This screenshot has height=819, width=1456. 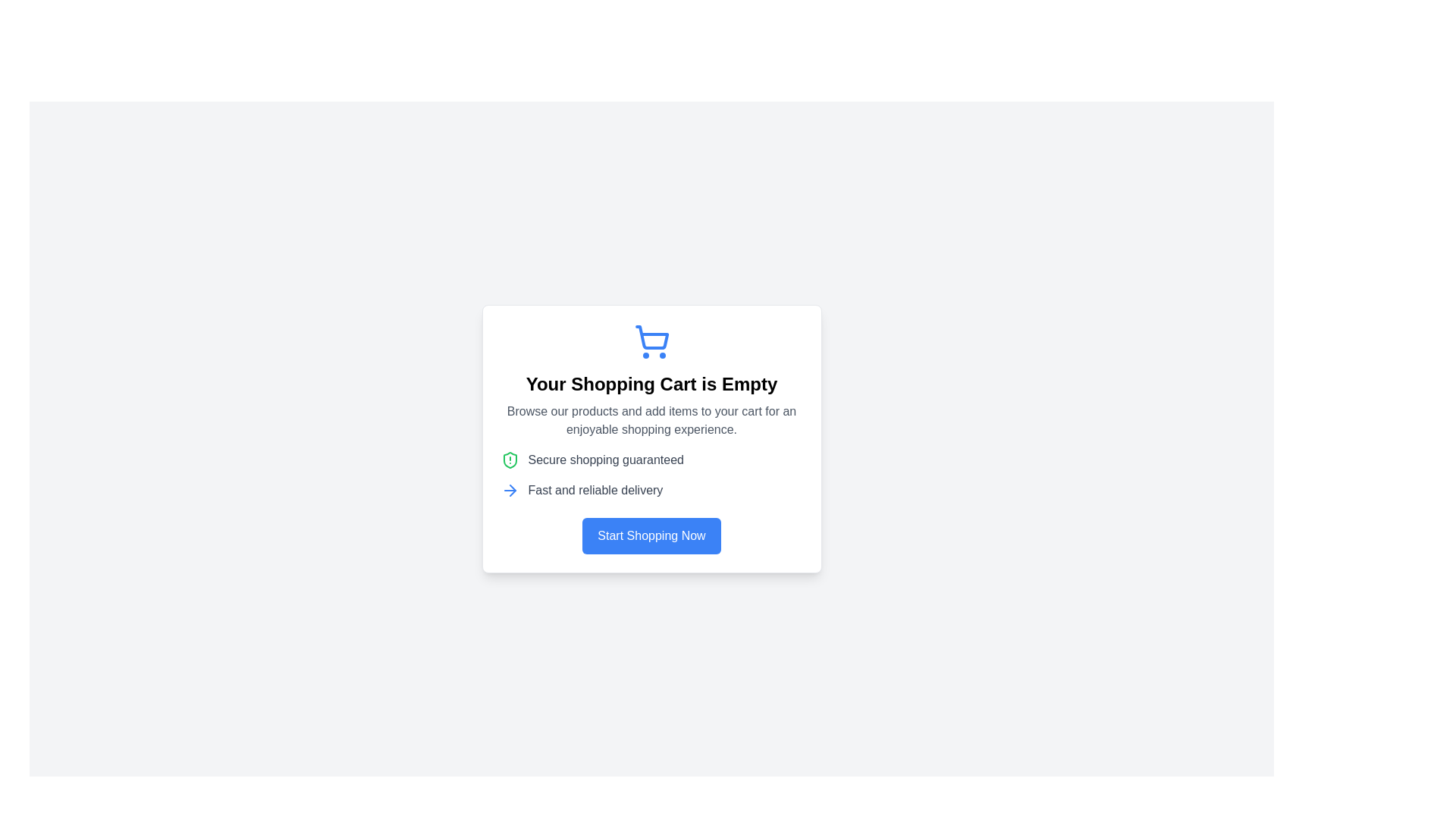 What do you see at coordinates (651, 342) in the screenshot?
I see `the blue shopping cart icon located at the center-top of the white card above the text 'Your Shopping Cart is Empty.'` at bounding box center [651, 342].